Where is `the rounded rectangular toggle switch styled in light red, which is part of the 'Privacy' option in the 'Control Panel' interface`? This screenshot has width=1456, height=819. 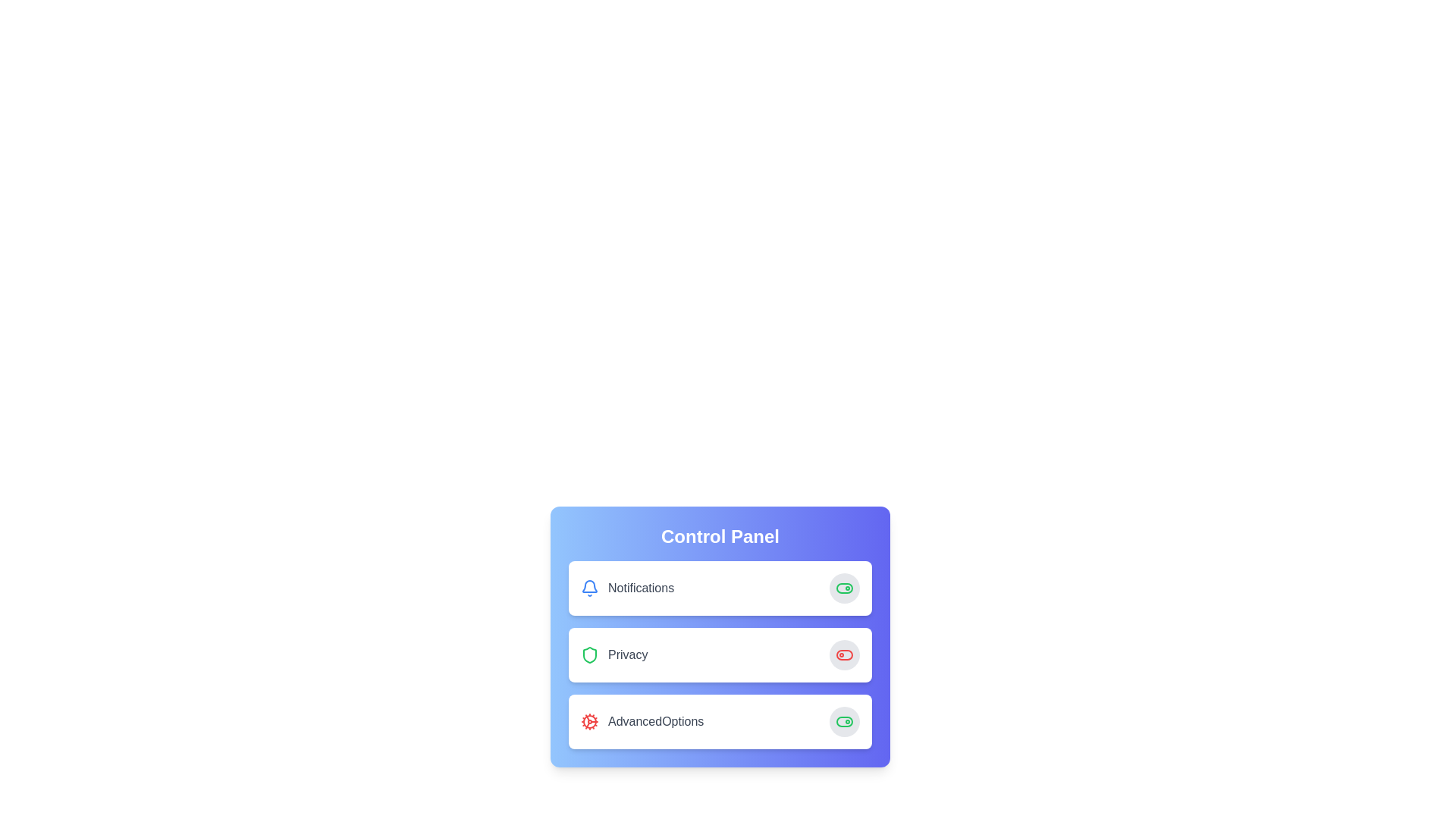 the rounded rectangular toggle switch styled in light red, which is part of the 'Privacy' option in the 'Control Panel' interface is located at coordinates (843, 654).